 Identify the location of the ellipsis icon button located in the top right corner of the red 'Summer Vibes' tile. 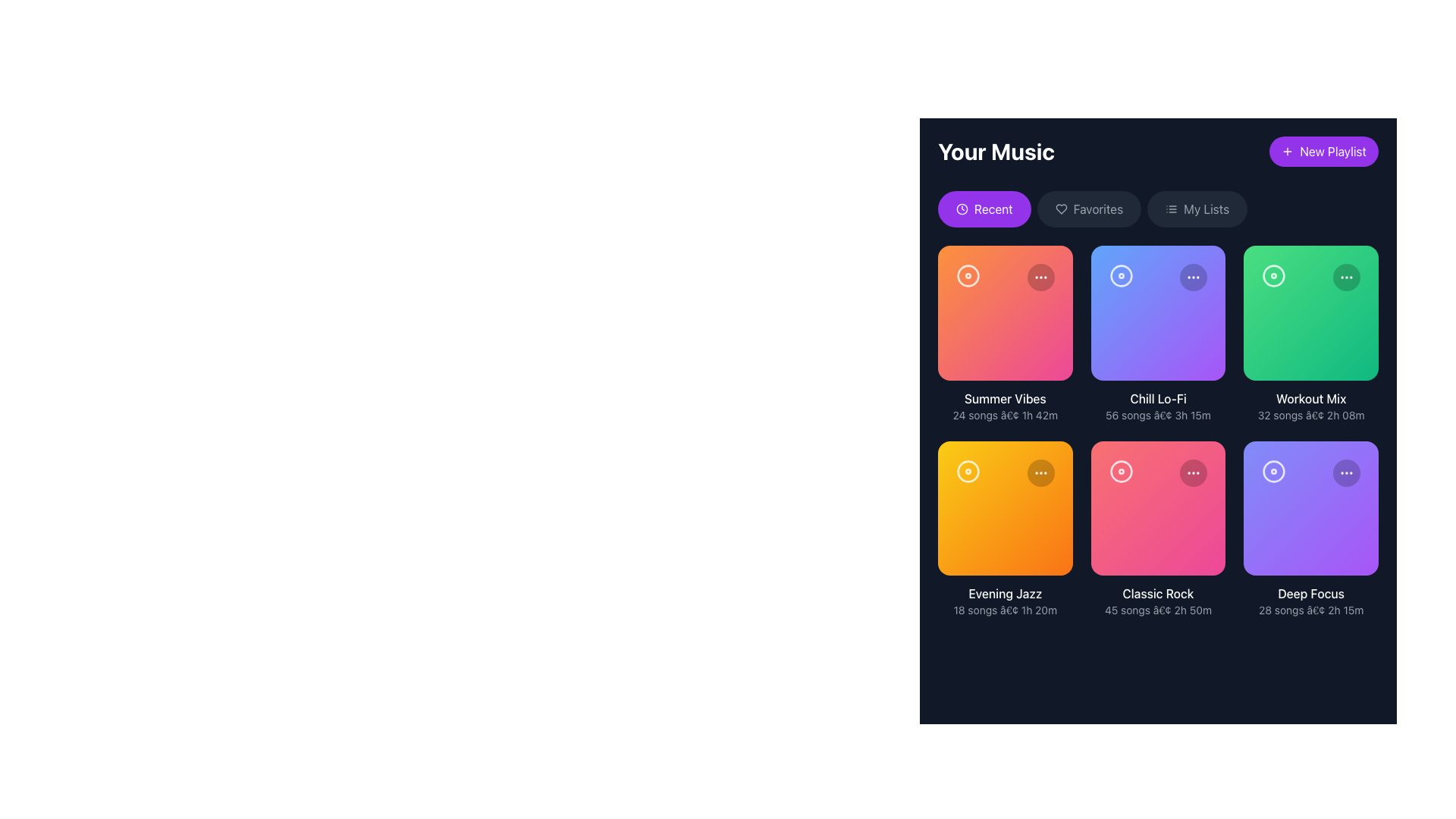
(1040, 278).